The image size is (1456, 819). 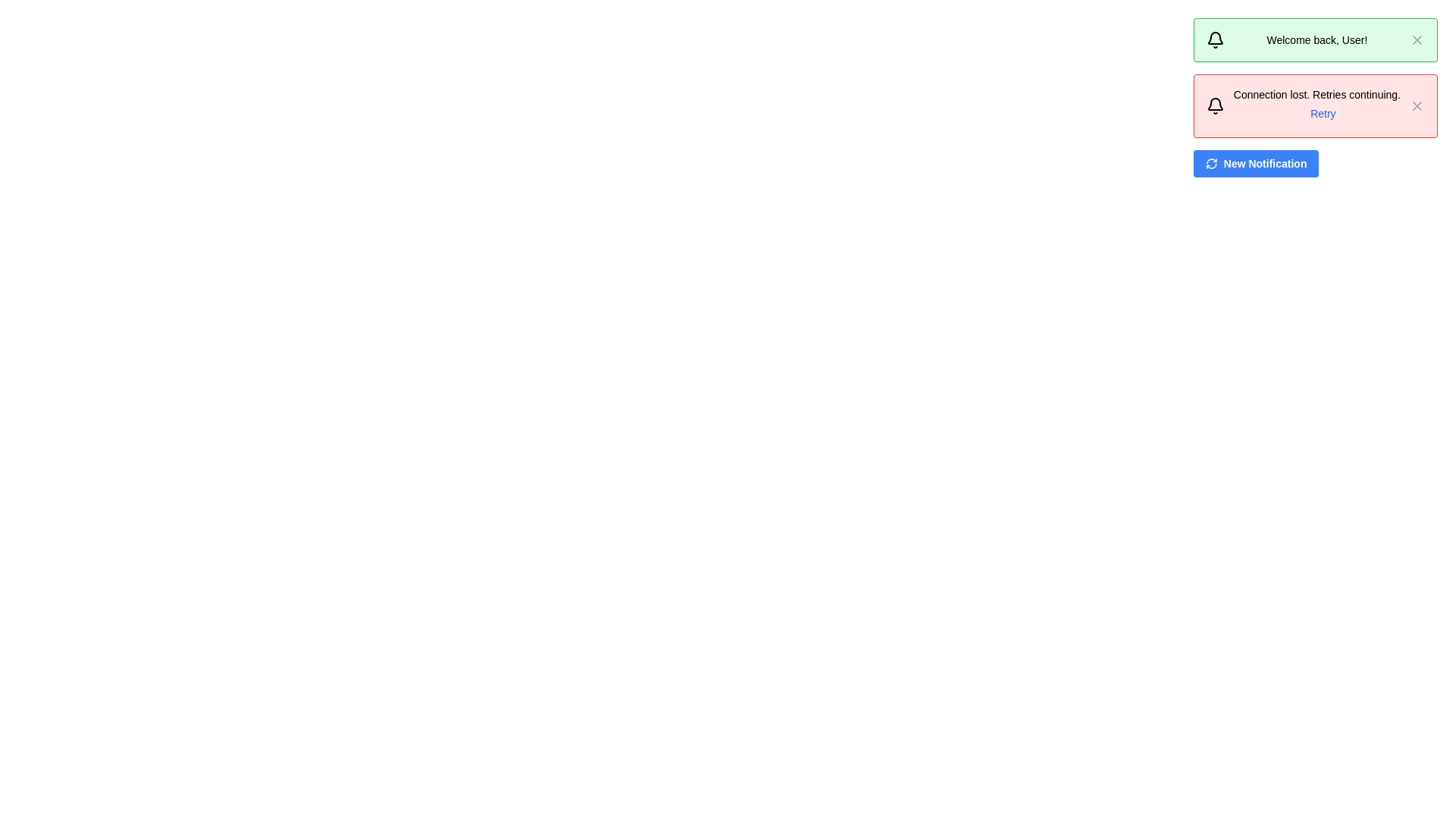 I want to click on the cross (X) icon at the far-right end of the notification bar, so click(x=1416, y=39).